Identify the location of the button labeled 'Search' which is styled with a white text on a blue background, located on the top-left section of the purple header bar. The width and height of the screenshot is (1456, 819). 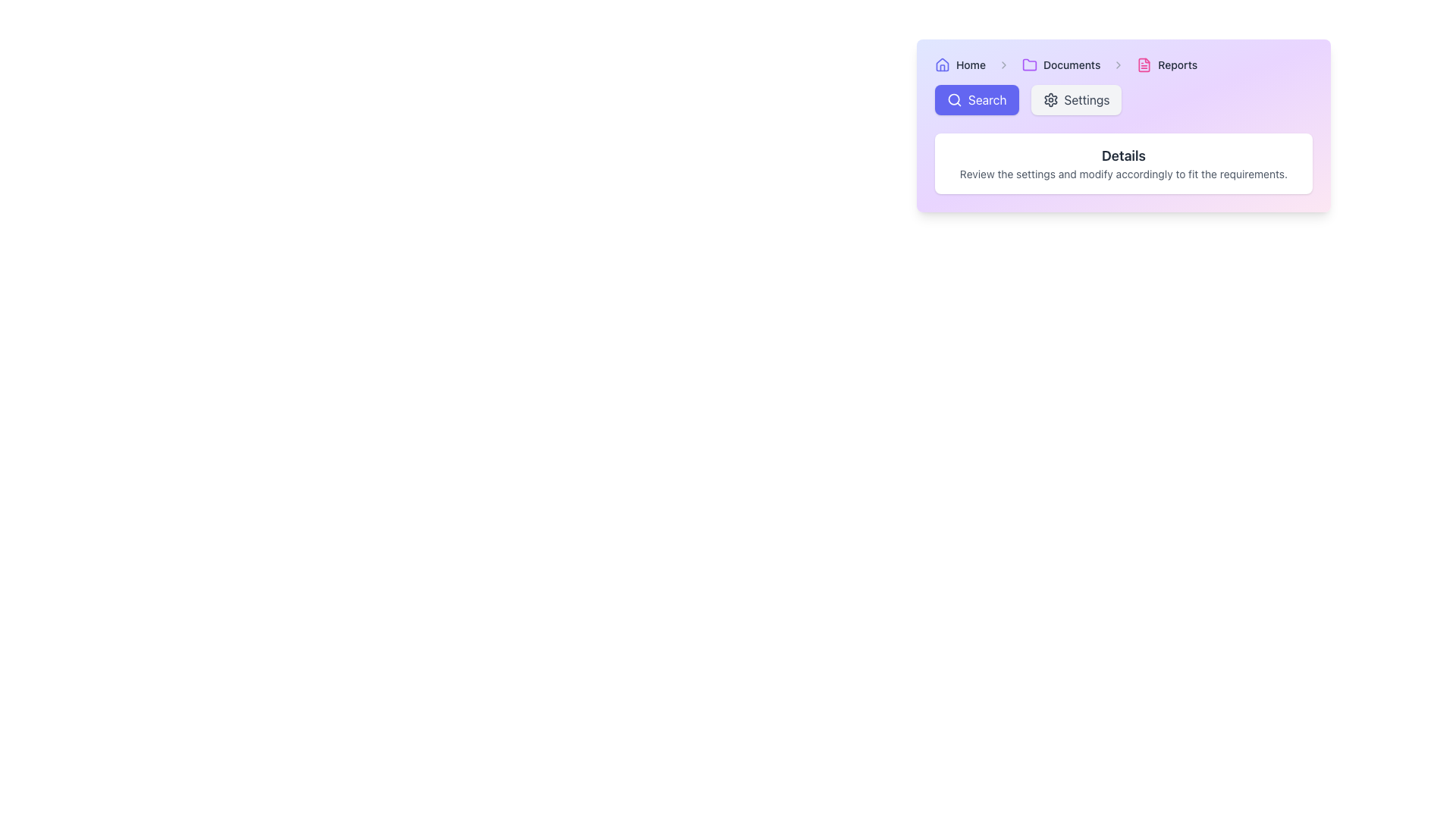
(987, 99).